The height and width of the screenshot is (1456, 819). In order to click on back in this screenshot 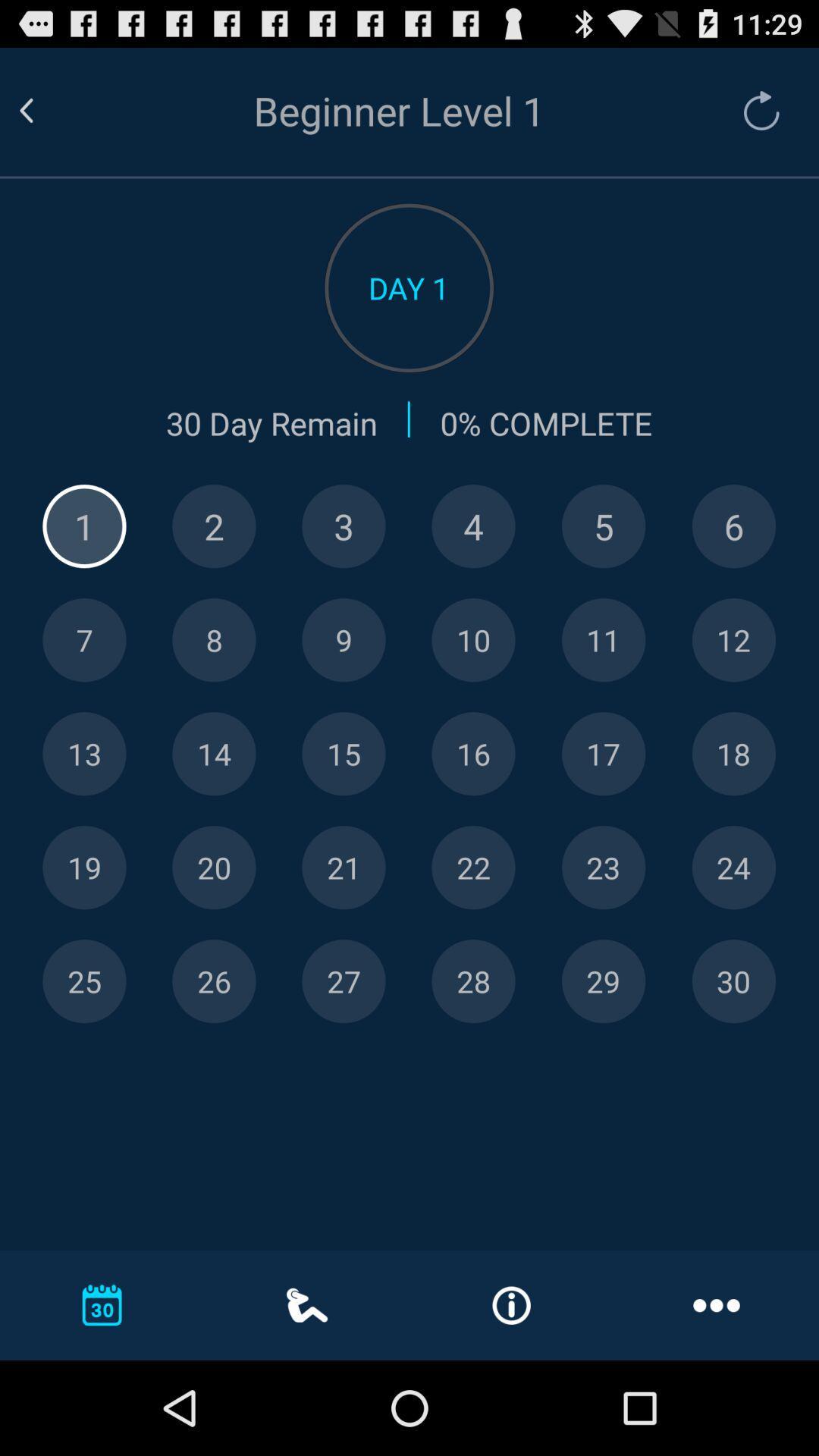, I will do `click(44, 110)`.